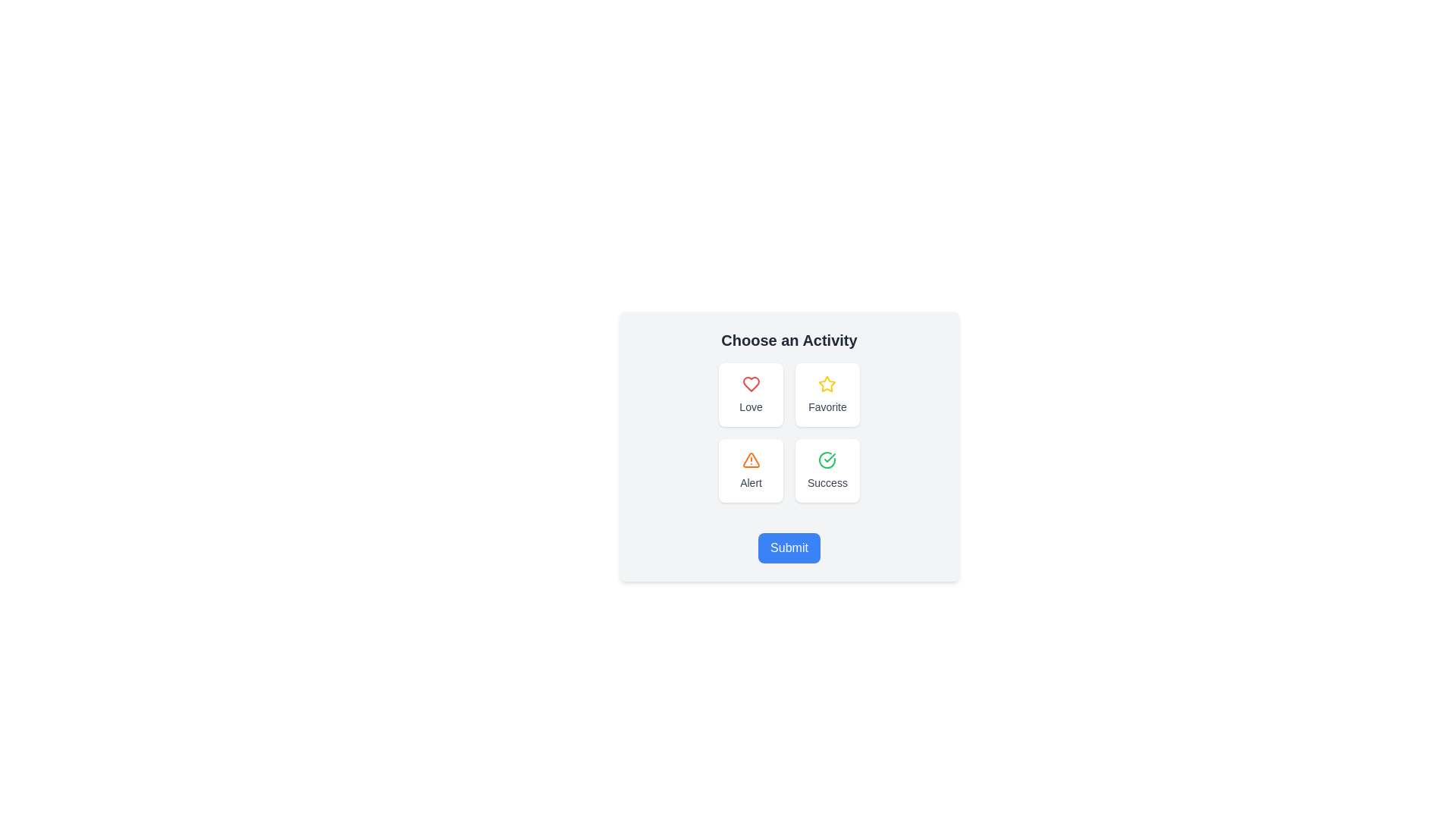  What do you see at coordinates (827, 394) in the screenshot?
I see `the 'Favorite' action card located in the top-right corner of the grid layout under 'Choose an Activity'` at bounding box center [827, 394].